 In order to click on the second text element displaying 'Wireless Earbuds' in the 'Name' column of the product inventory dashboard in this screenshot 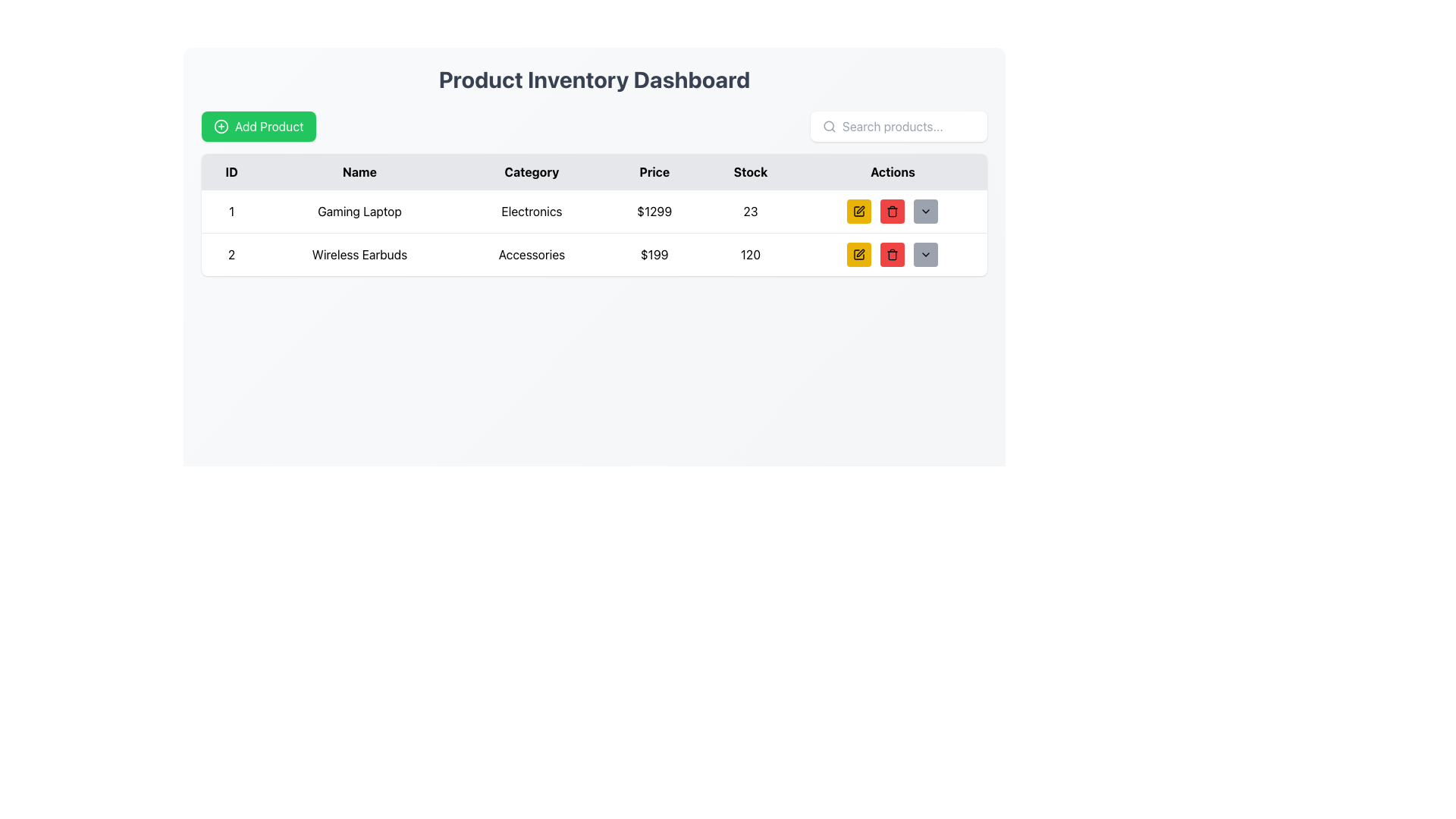, I will do `click(359, 253)`.